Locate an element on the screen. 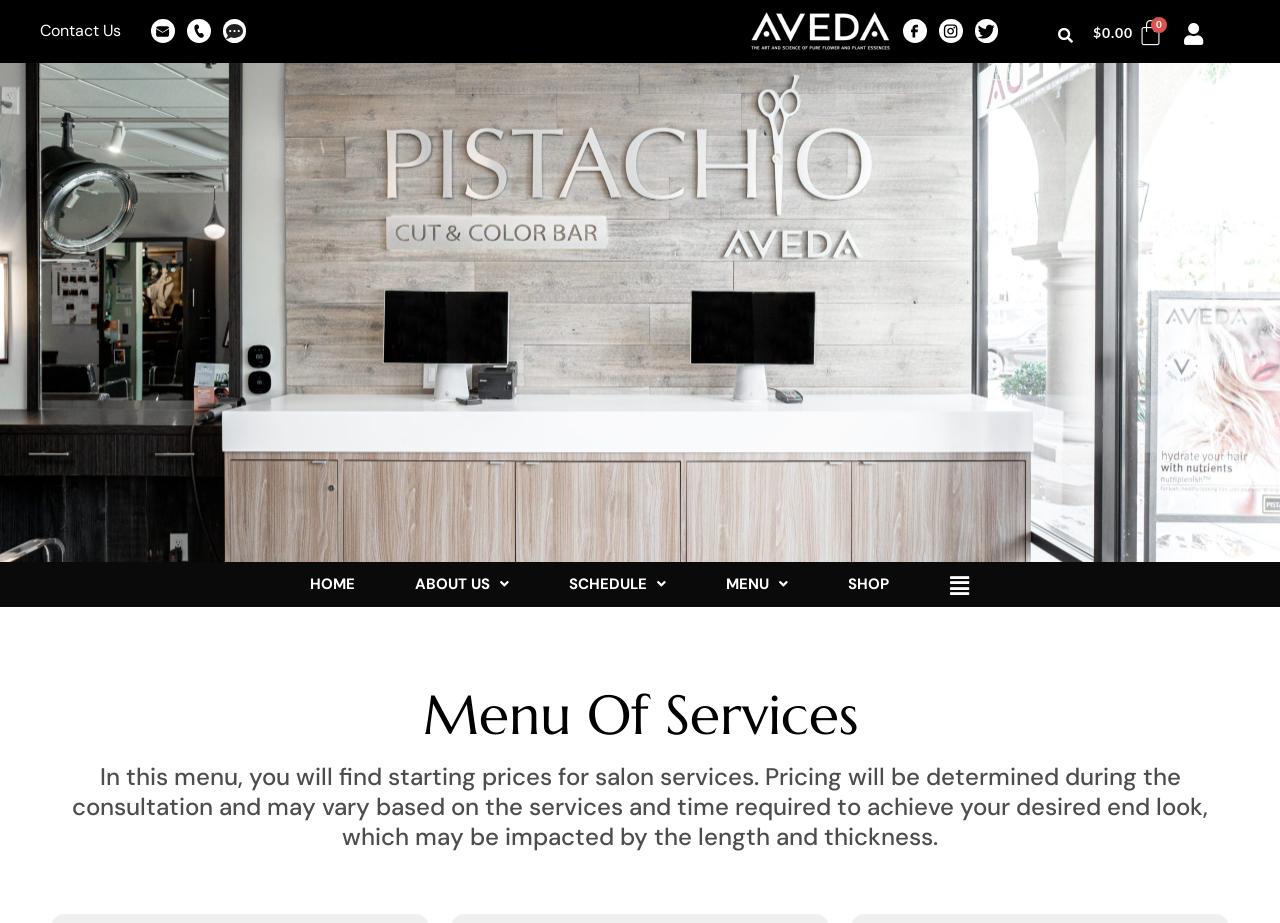 This screenshot has height=923, width=1280. 'Education' is located at coordinates (471, 719).